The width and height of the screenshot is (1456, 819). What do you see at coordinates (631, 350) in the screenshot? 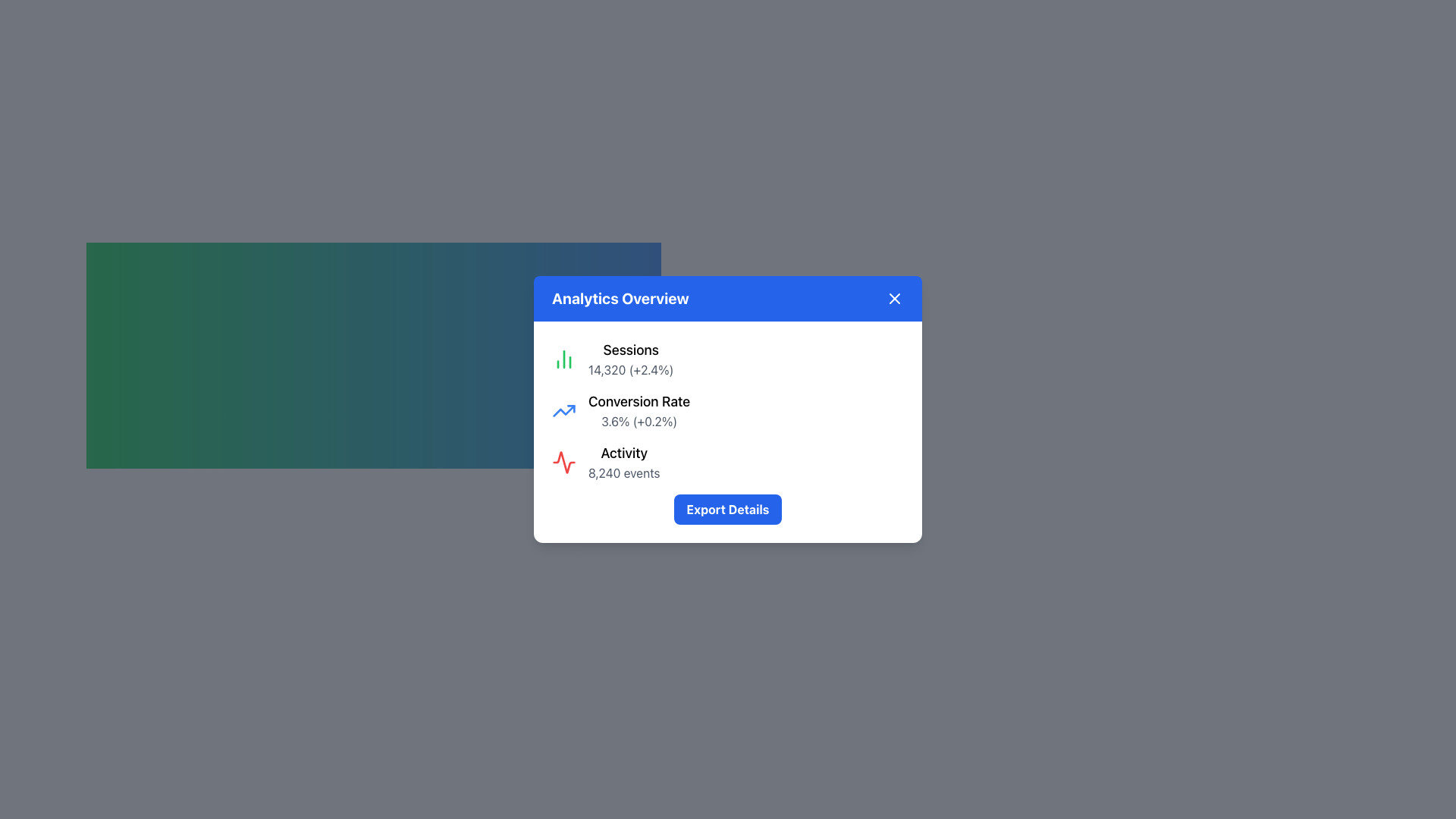
I see `the Text Label that functions as a header for session-related statistics, located at the top-left of the 'Analytics Overview' card` at bounding box center [631, 350].